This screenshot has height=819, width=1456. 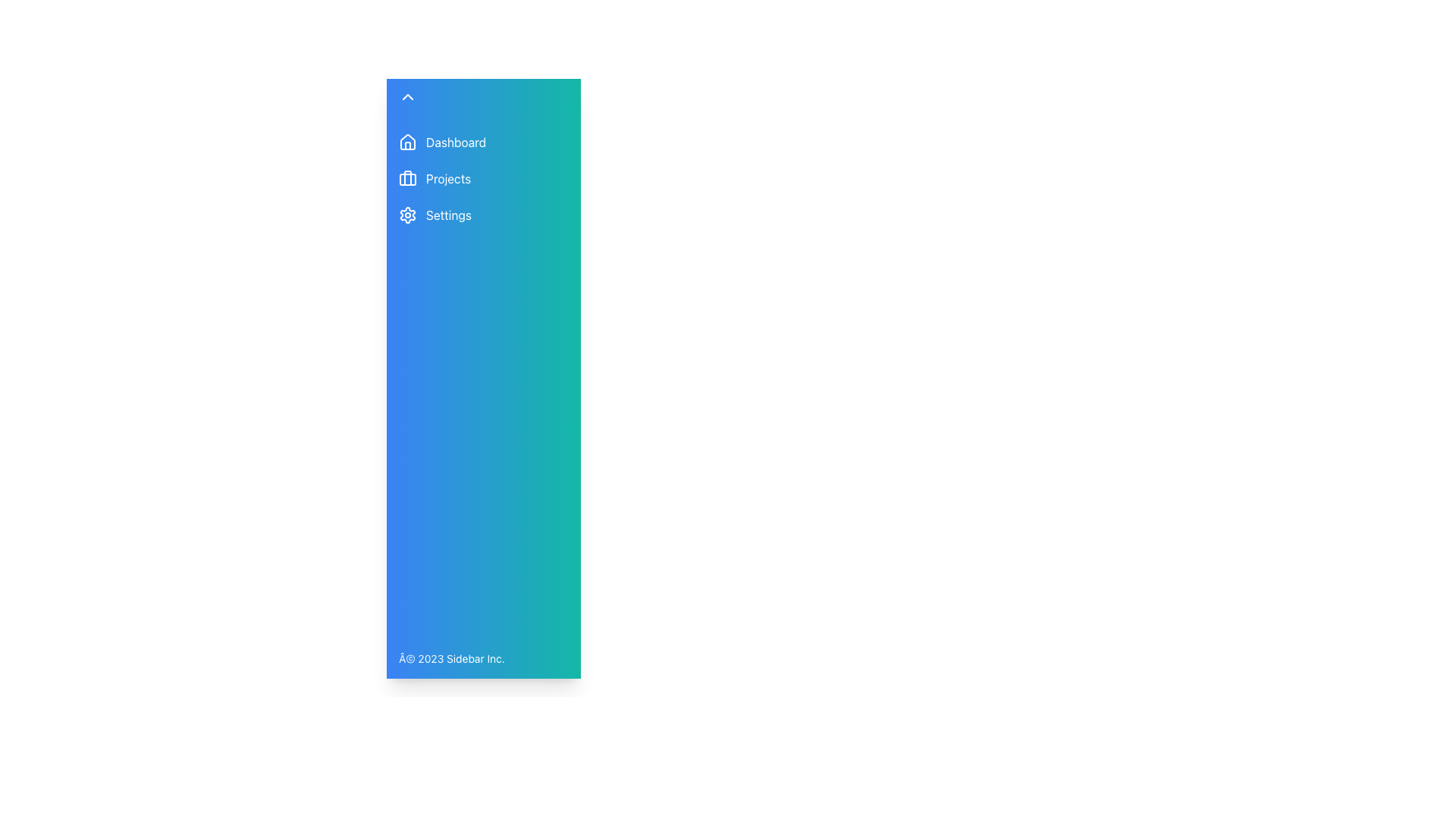 I want to click on the text element reading '© 2023 Sidebar Inc.' located at the bottom of the sidebar, which is styled with a small font size and centered horizontally against a gradient blue-green background, so click(x=450, y=657).